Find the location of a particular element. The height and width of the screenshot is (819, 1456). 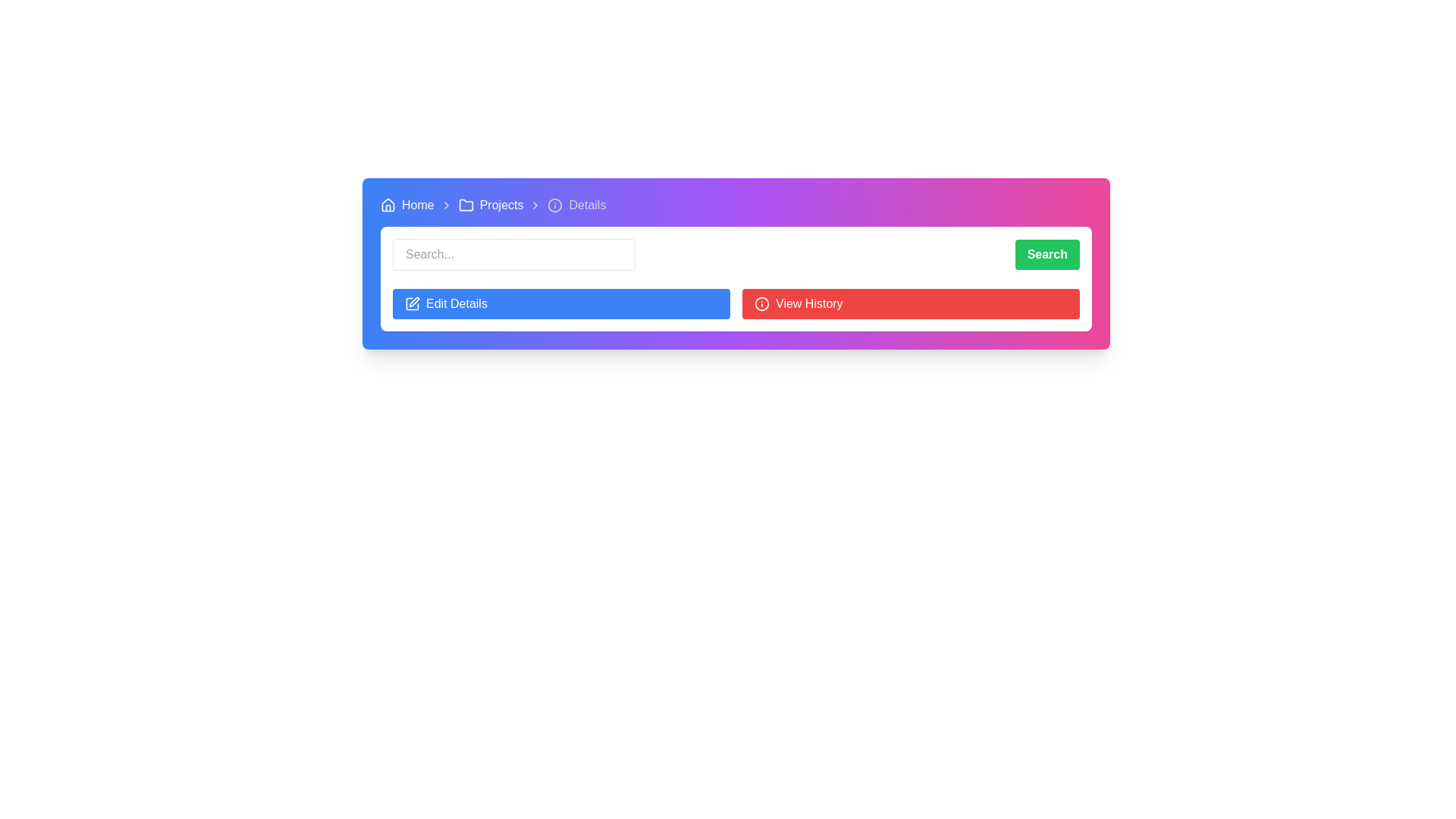

the 'Details' breadcrumb navigation item, which consists of an 'i' icon followed by the text 'Details', located on the rightmost side of the breadcrumb navigation bar is located at coordinates (576, 205).